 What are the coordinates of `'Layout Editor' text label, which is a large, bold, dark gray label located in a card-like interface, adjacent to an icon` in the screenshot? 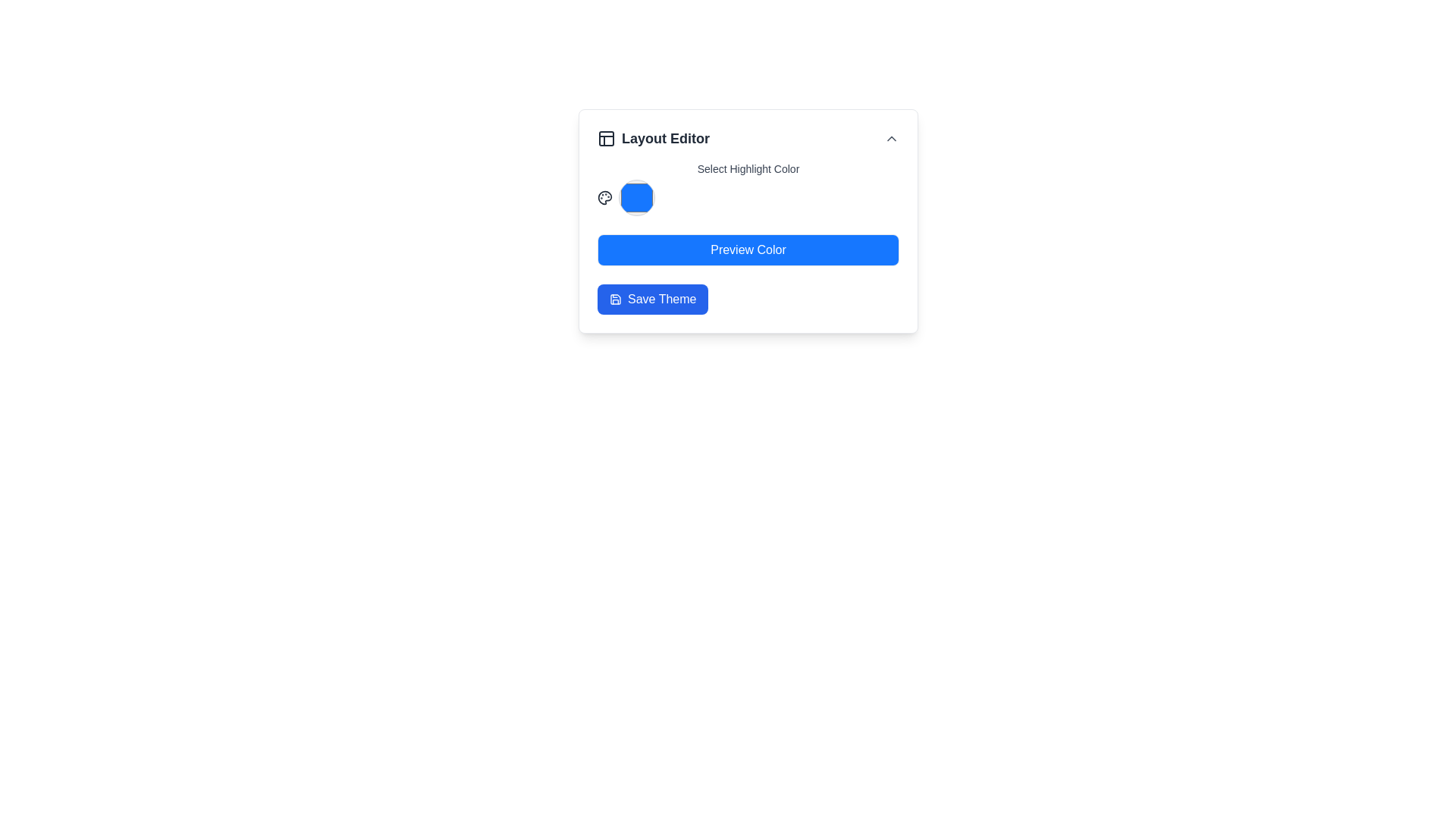 It's located at (666, 138).